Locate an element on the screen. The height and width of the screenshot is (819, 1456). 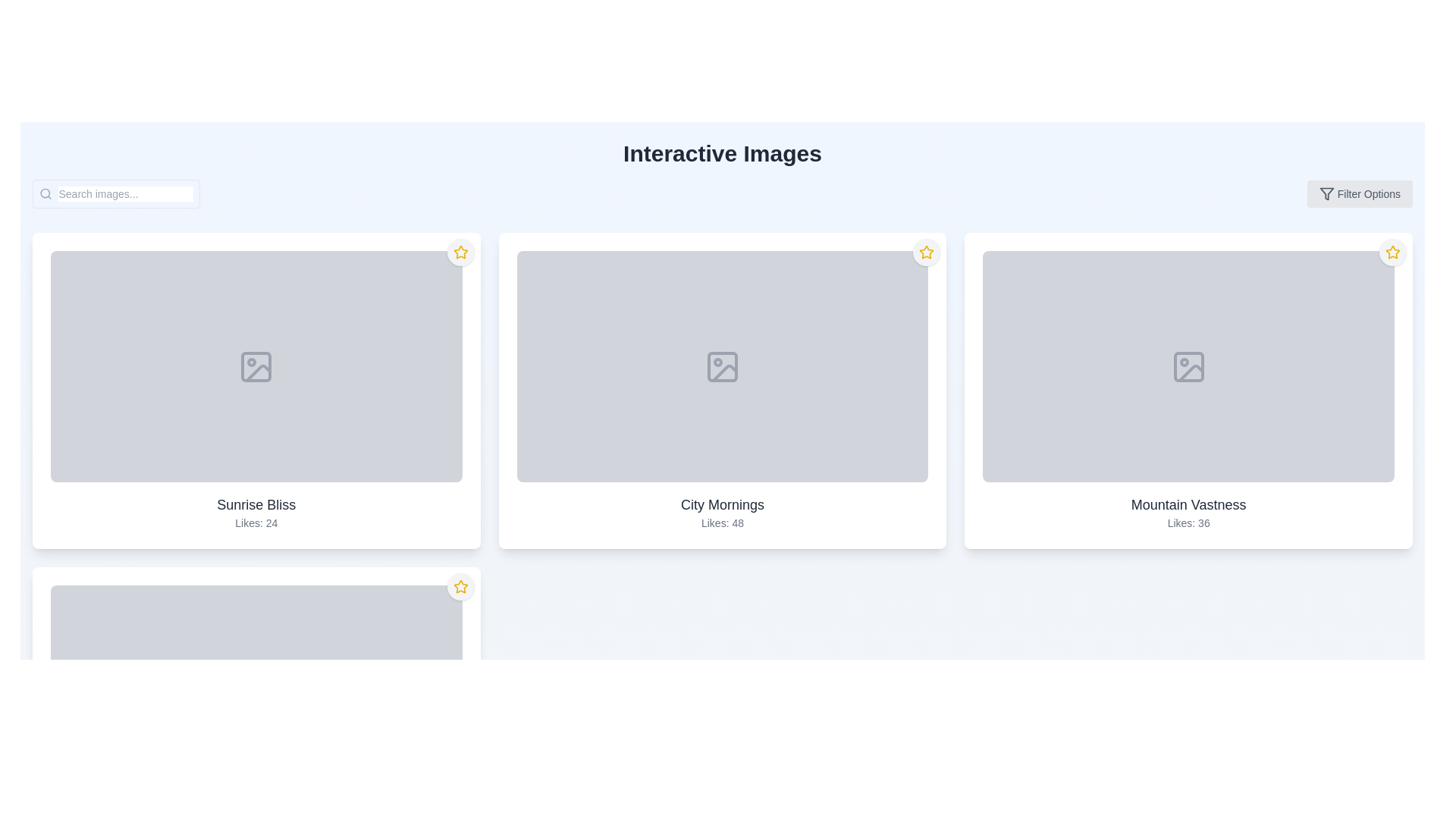
displayed information of the text element showing 'Likes: 36' located beneath the title 'Mountain Vastness' in the third card is located at coordinates (1188, 522).